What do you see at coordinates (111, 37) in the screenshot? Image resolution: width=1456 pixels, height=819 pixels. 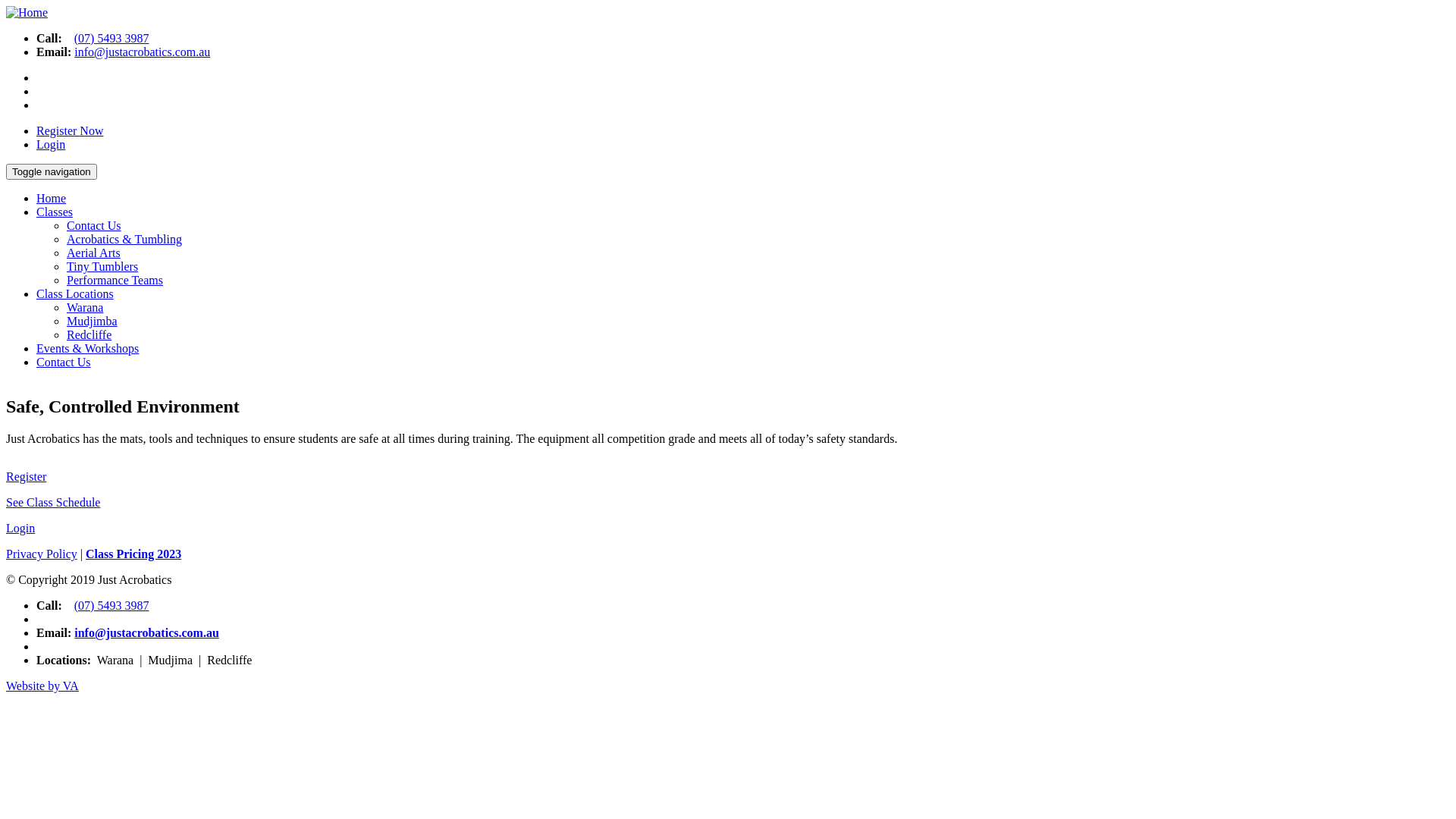 I see `'(07) 5493 3987'` at bounding box center [111, 37].